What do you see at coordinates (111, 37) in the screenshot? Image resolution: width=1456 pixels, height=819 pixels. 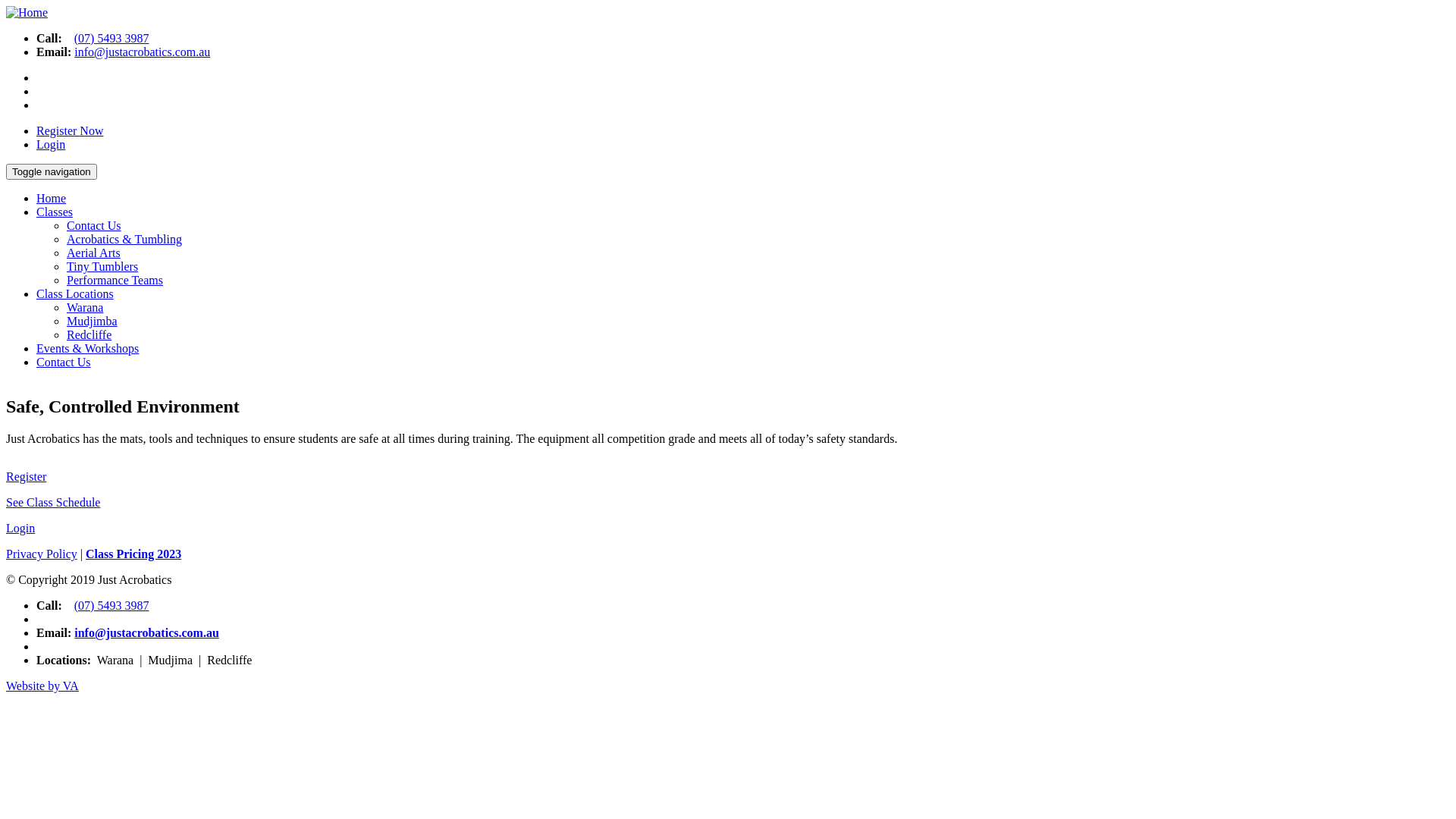 I see `'(07) 5493 3987'` at bounding box center [111, 37].